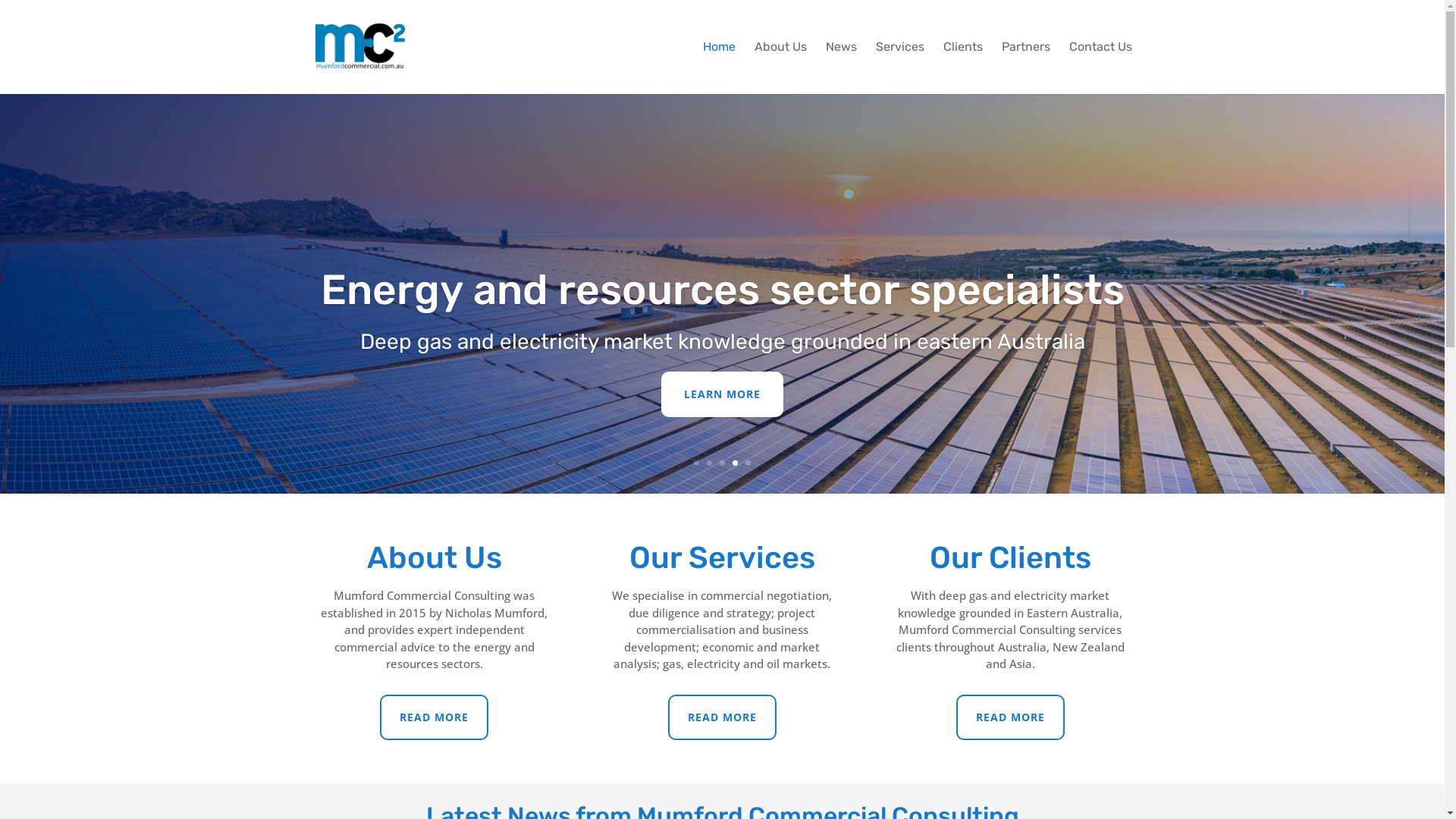 The image size is (1456, 819). I want to click on 'About Us', so click(780, 67).